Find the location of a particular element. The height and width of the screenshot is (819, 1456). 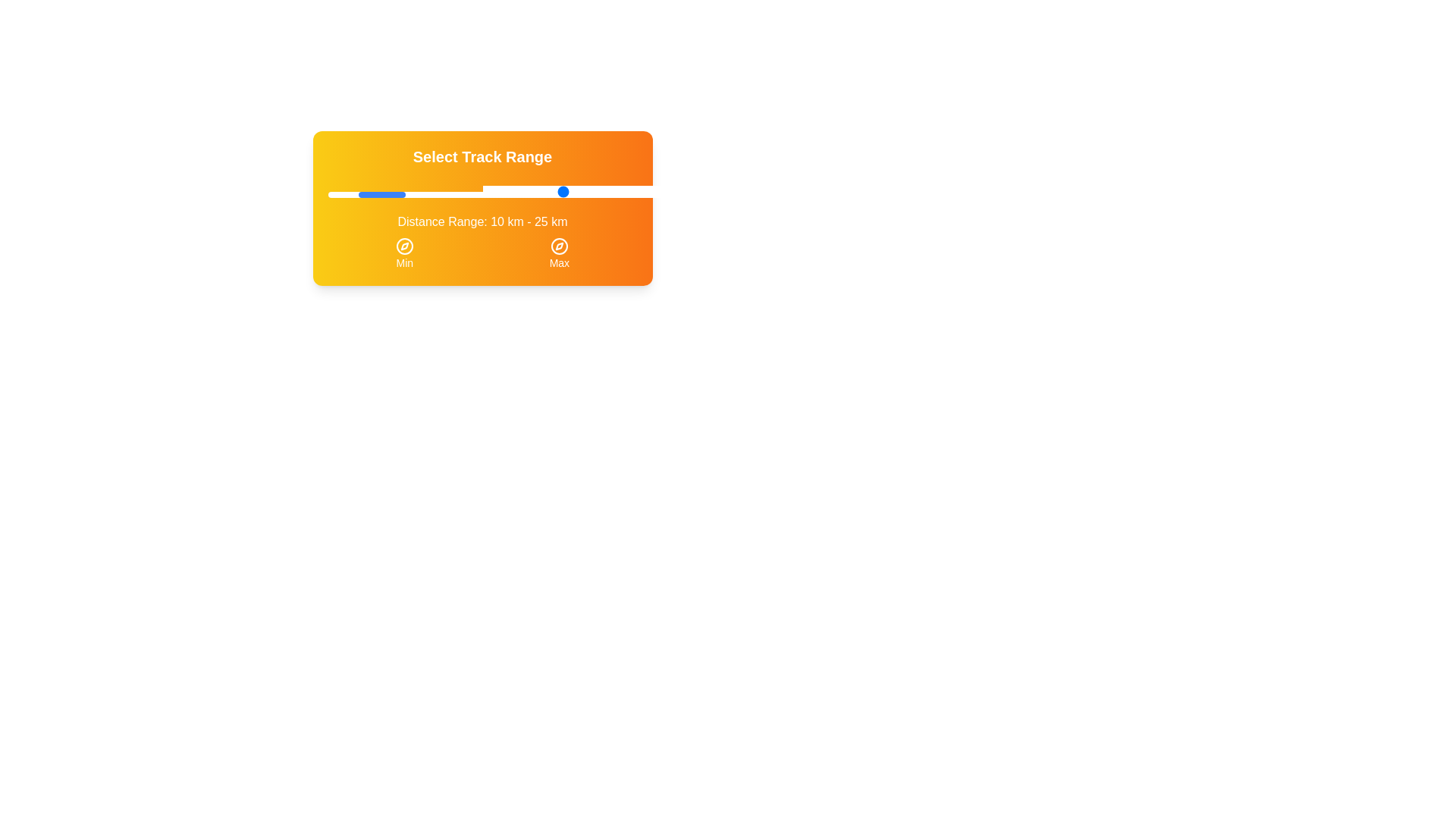

the slider is located at coordinates (568, 191).